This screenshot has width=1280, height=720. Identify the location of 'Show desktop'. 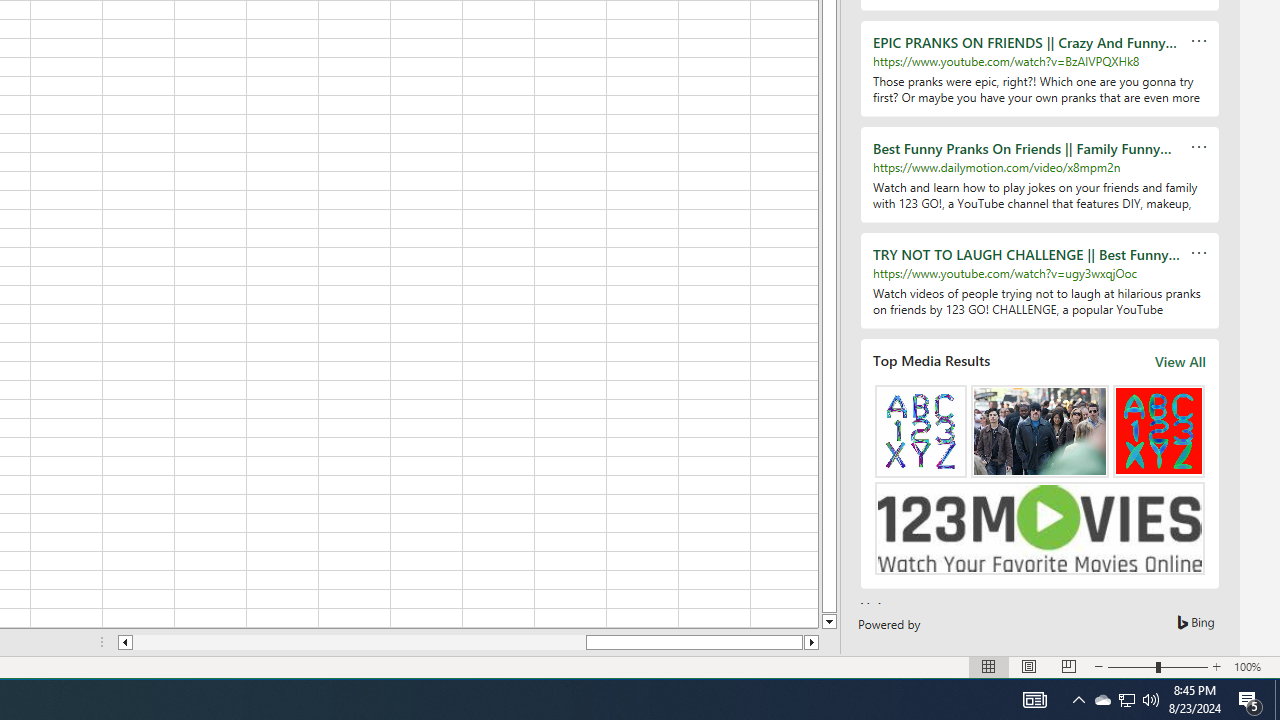
(1276, 698).